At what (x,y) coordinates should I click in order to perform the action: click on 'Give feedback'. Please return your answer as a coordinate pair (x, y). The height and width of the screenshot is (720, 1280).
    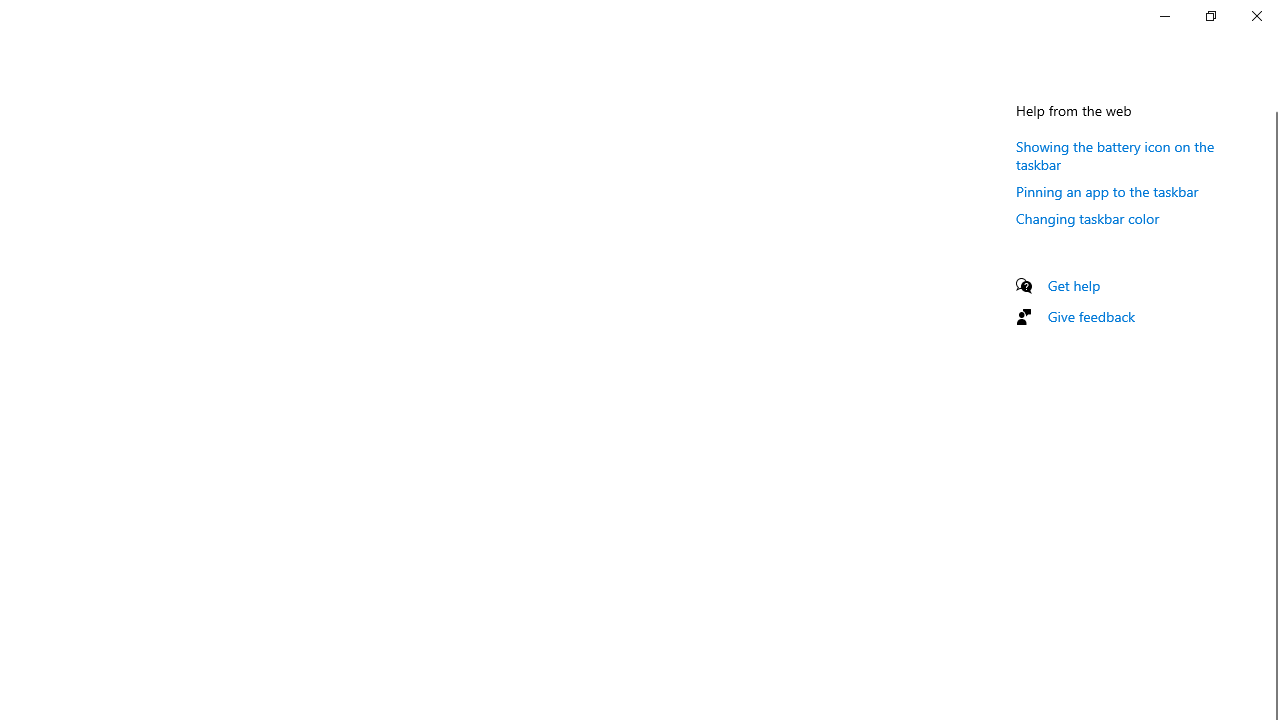
    Looking at the image, I should click on (1090, 315).